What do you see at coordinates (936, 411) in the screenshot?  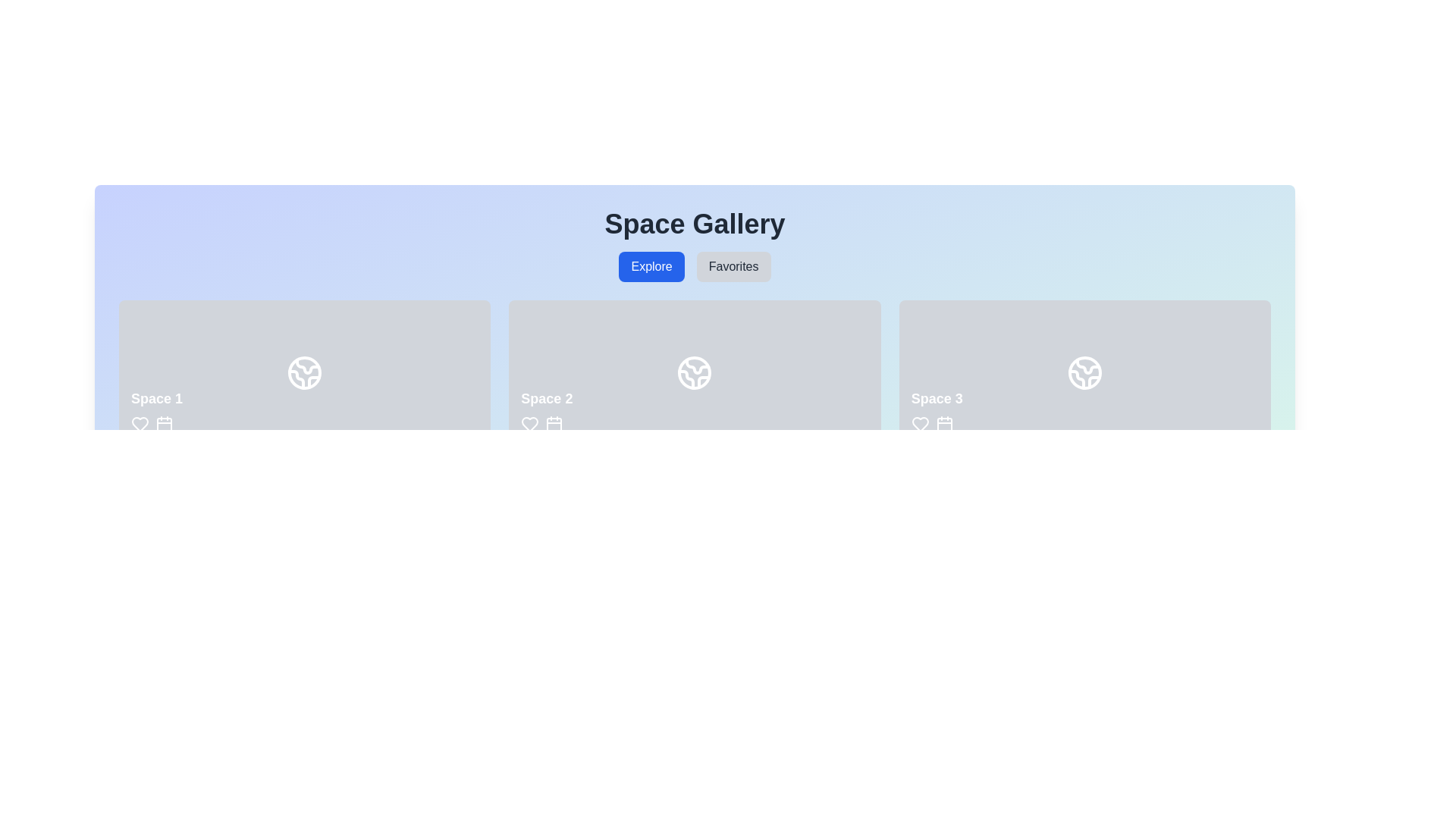 I see `the Text label located in the lower-left corner of the third card under the 'Space Gallery' section` at bounding box center [936, 411].